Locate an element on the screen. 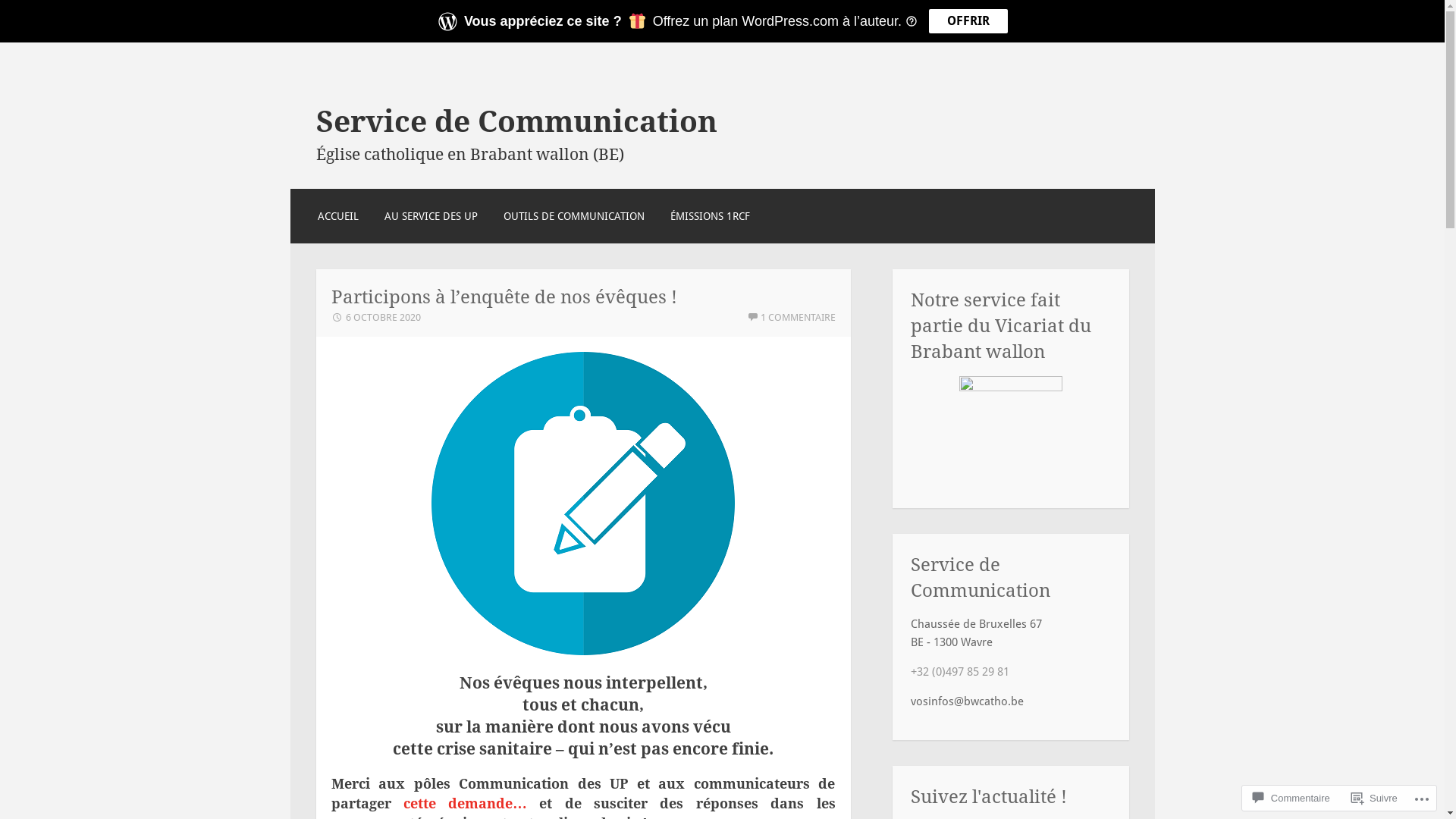  'Commentaire' is located at coordinates (1291, 797).